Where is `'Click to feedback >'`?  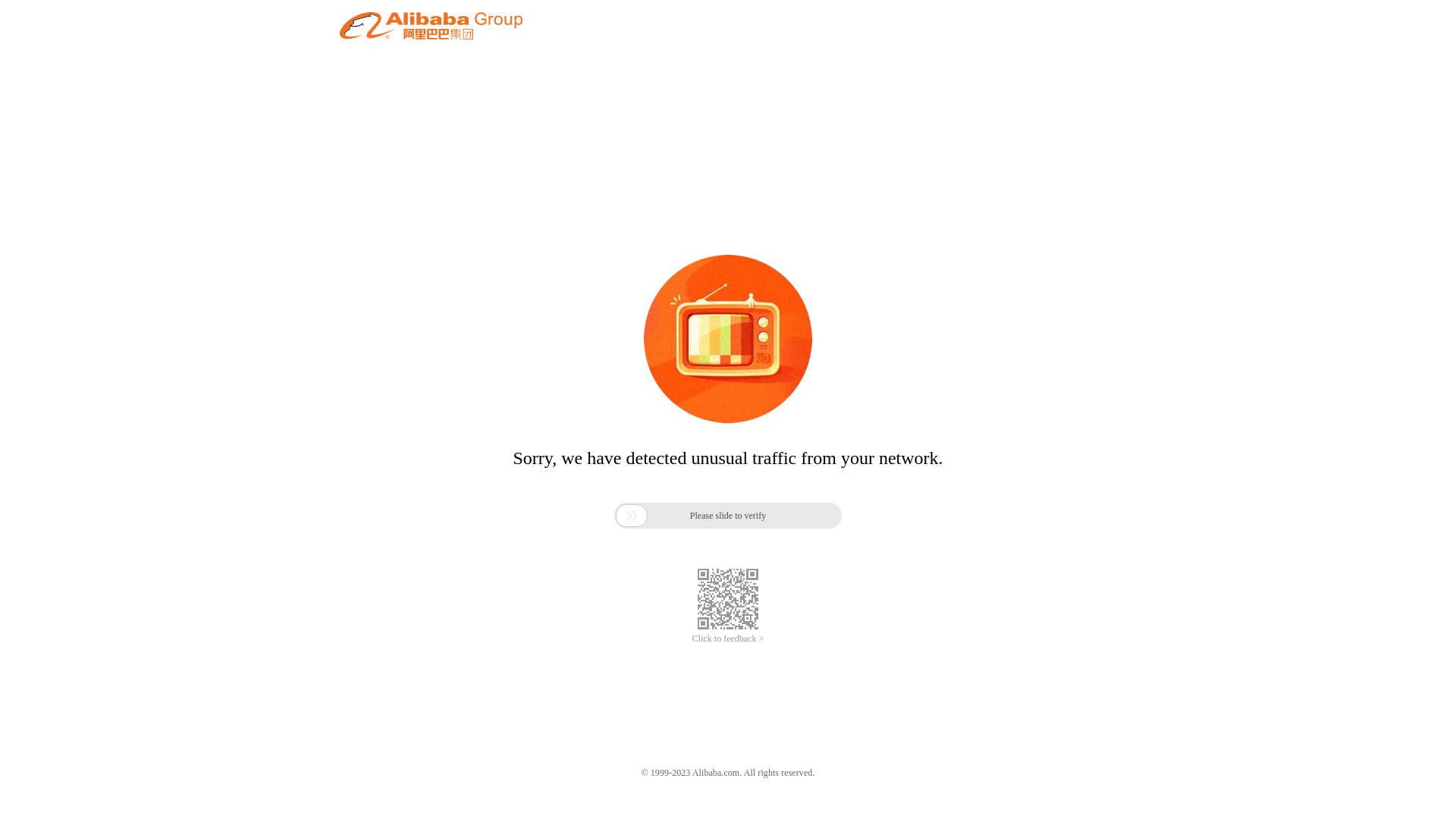 'Click to feedback >' is located at coordinates (728, 639).